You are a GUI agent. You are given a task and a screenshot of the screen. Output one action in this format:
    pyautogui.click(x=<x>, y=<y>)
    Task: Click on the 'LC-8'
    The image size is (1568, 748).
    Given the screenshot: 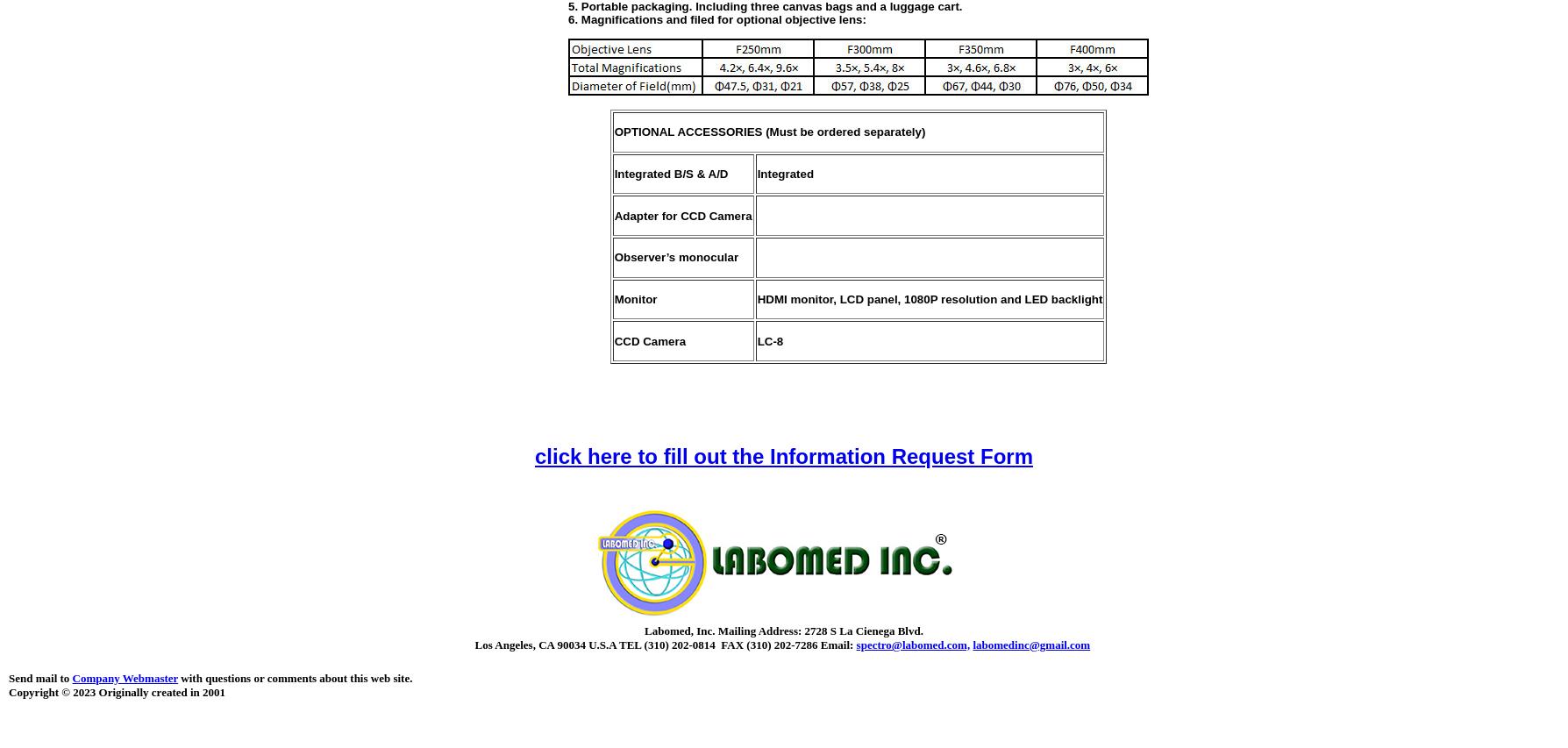 What is the action you would take?
    pyautogui.click(x=769, y=340)
    